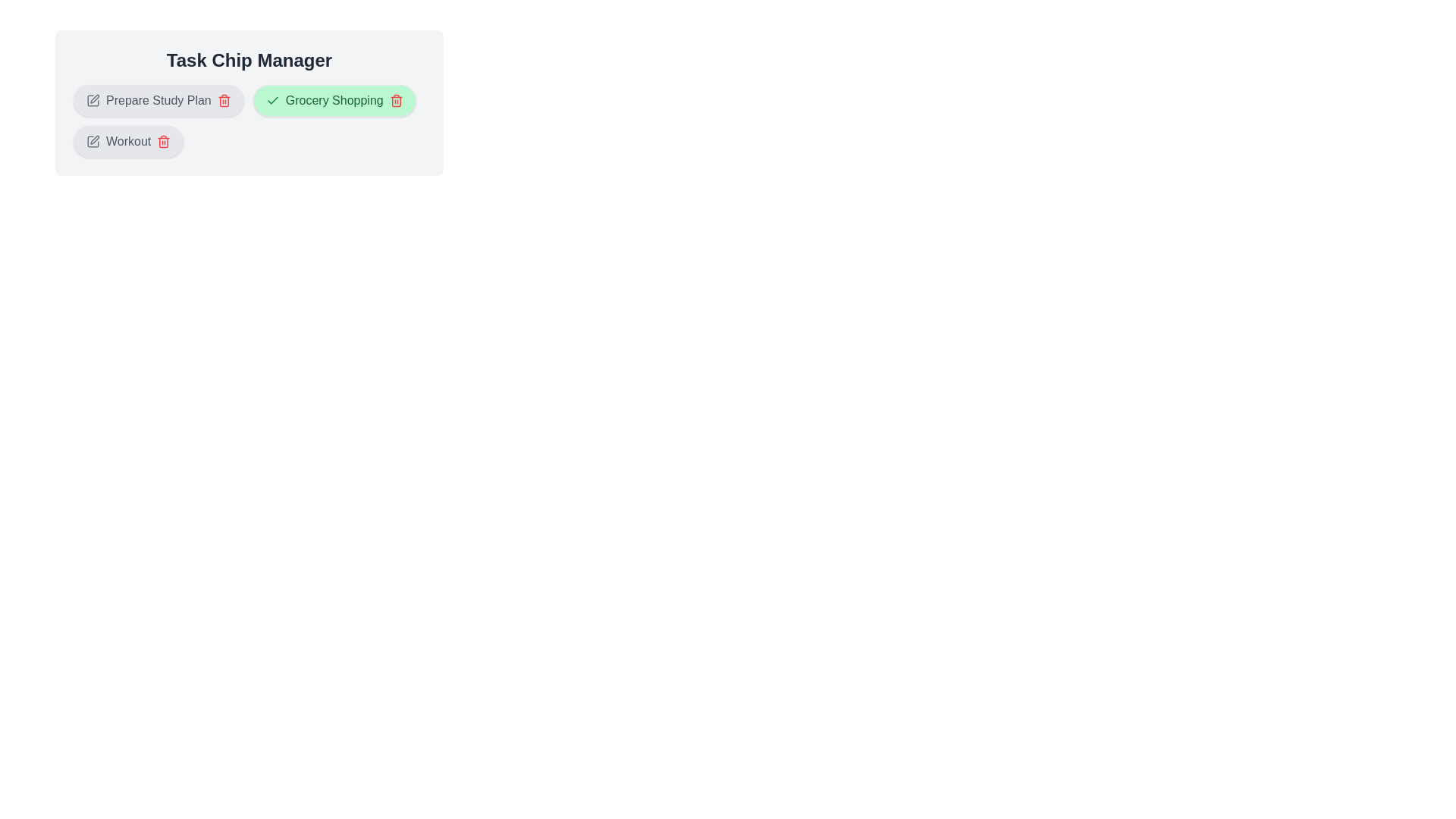 This screenshot has height=819, width=1456. What do you see at coordinates (128, 141) in the screenshot?
I see `the edit icon (pencil) on the 'Workout' task chip to modify the task` at bounding box center [128, 141].